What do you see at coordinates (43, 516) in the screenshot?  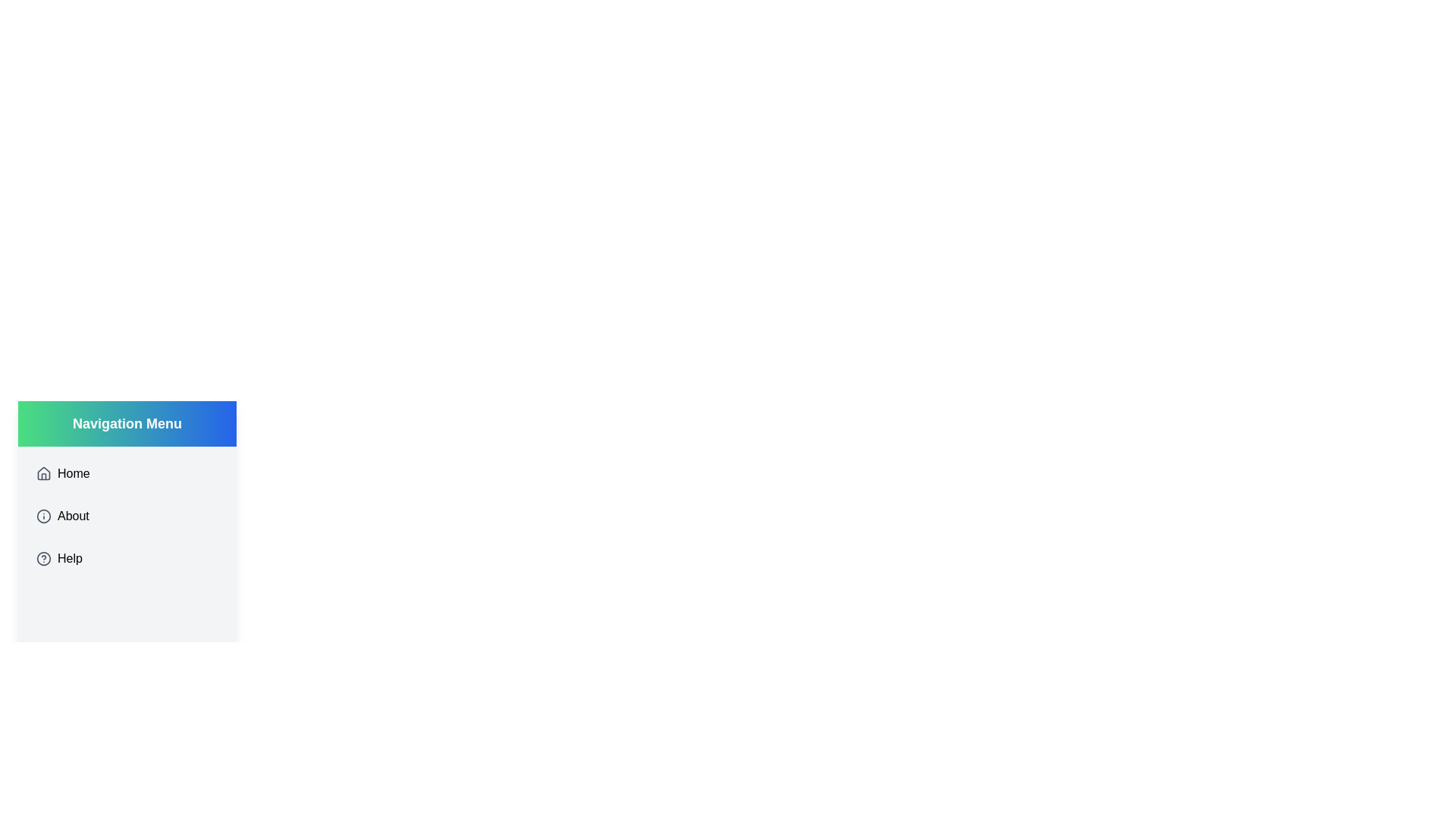 I see `the gray circular icon in the SVG graphic representing information, positioned next to the 'About' label in the vertical navigation menu` at bounding box center [43, 516].